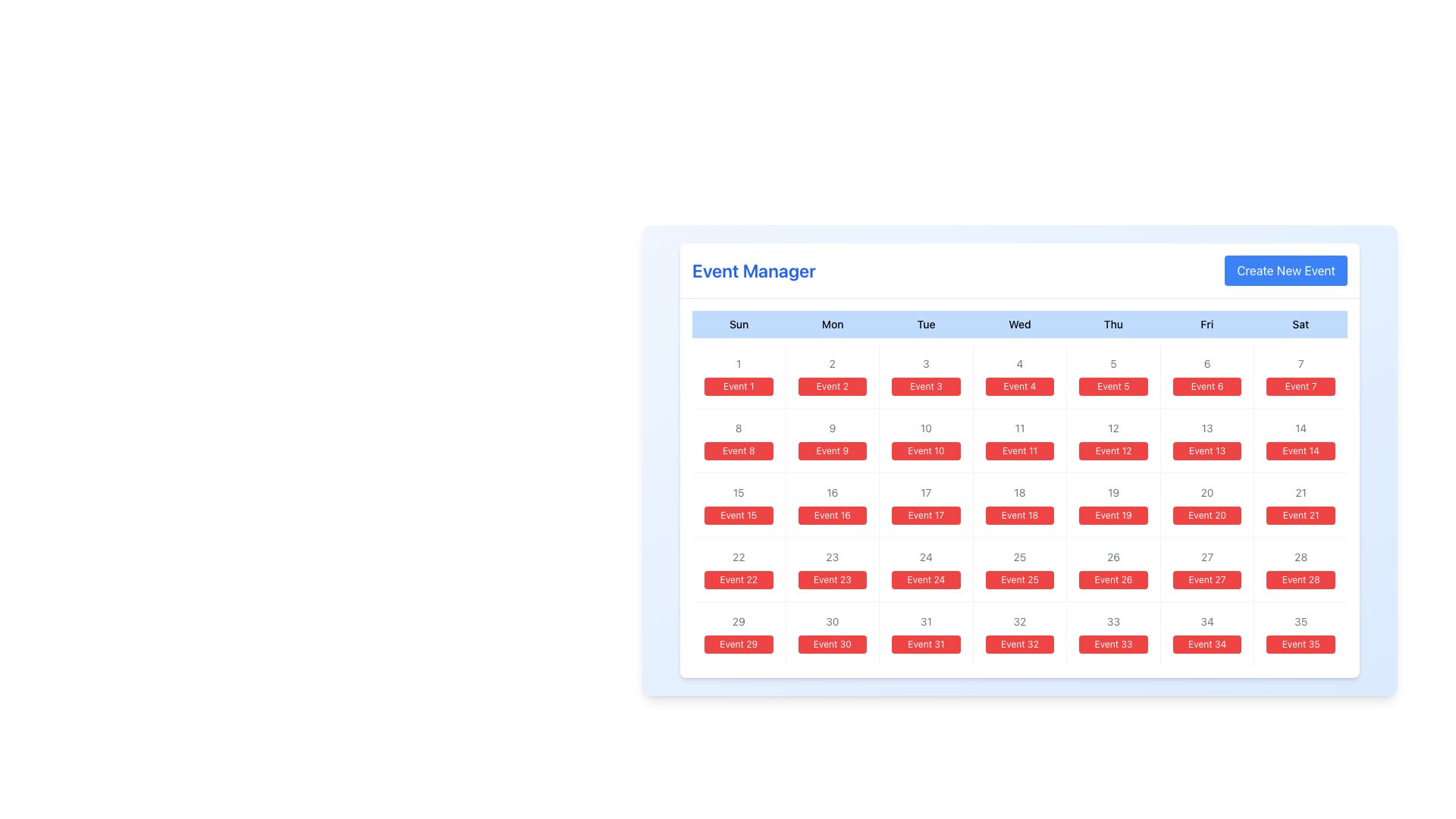 This screenshot has width=1456, height=819. What do you see at coordinates (1019, 428) in the screenshot?
I see `the static text representing the date number '11' in the calendar layout, which is positioned above the 'Event 11' button` at bounding box center [1019, 428].